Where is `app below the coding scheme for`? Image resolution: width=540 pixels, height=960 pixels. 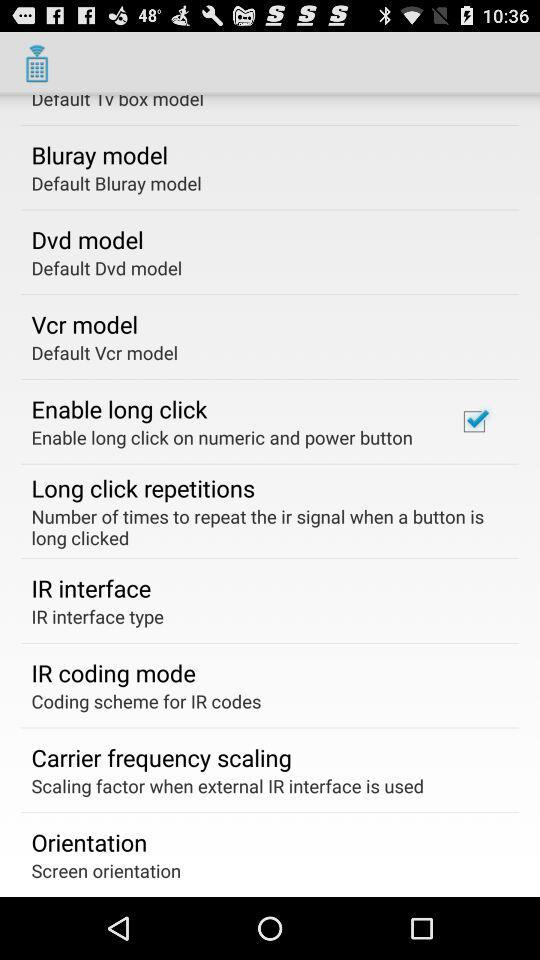
app below the coding scheme for is located at coordinates (160, 756).